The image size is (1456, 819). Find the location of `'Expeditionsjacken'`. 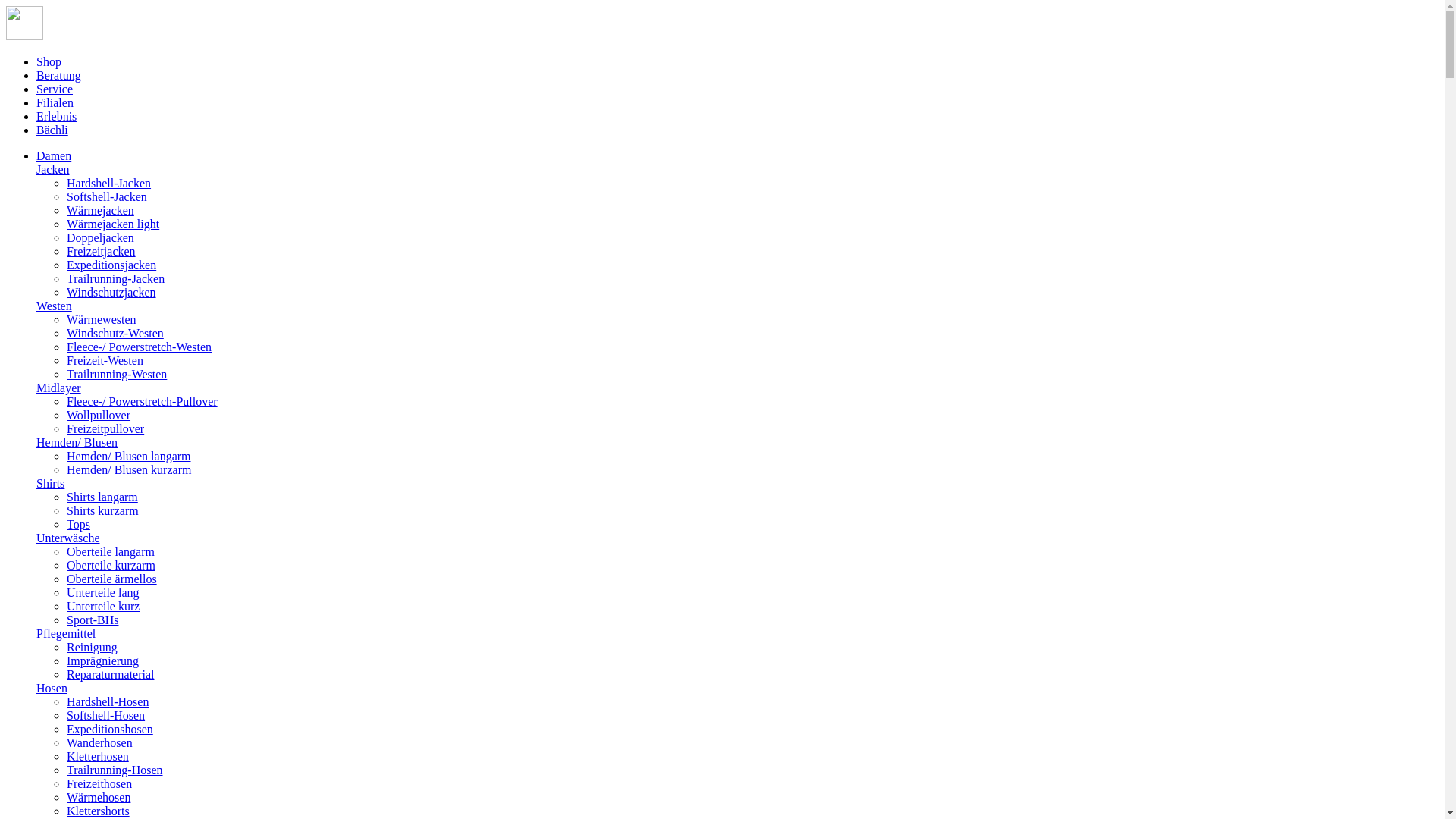

'Expeditionsjacken' is located at coordinates (111, 264).